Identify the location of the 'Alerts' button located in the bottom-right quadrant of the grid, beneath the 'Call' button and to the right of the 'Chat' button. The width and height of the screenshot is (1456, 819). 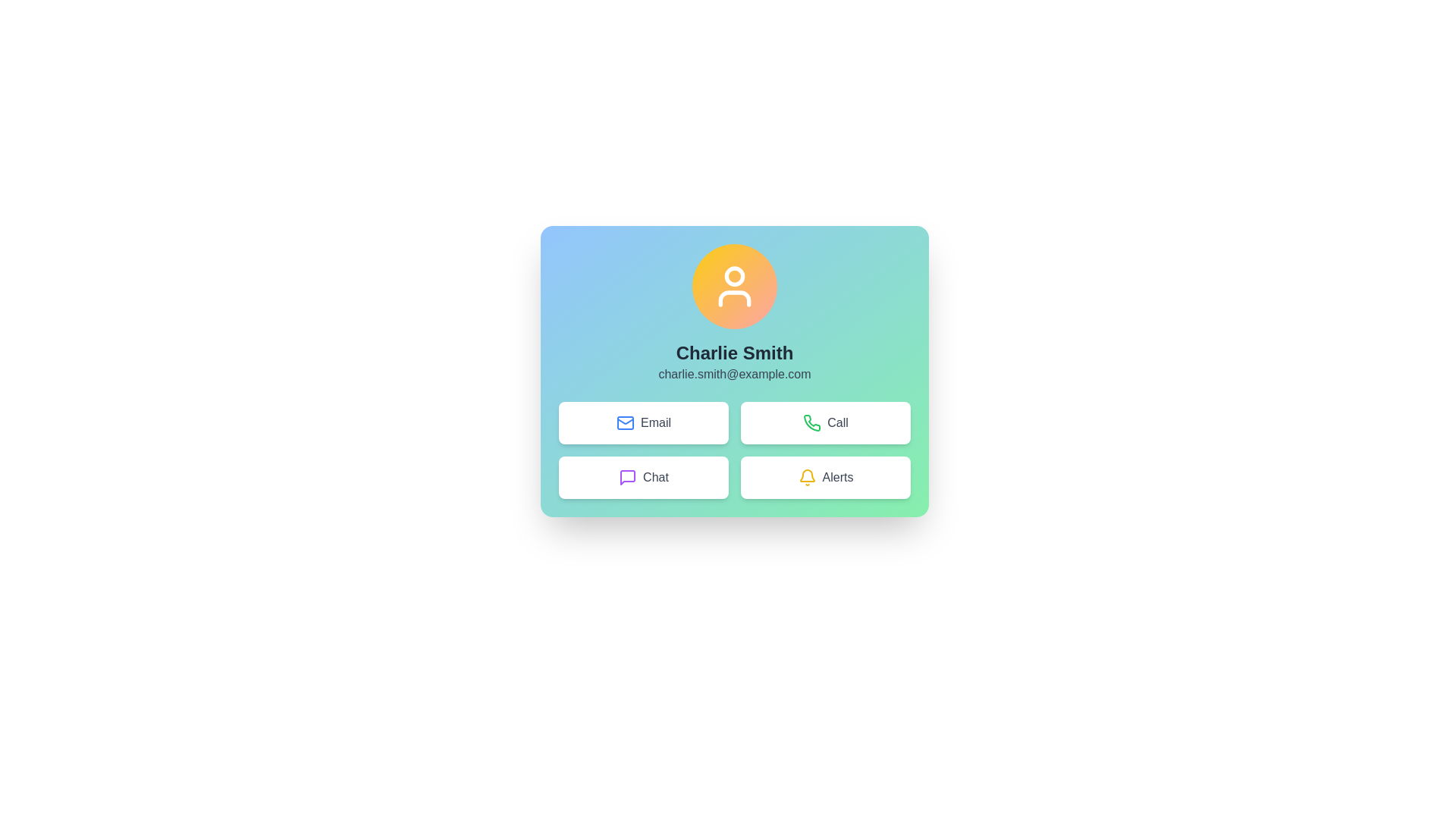
(825, 476).